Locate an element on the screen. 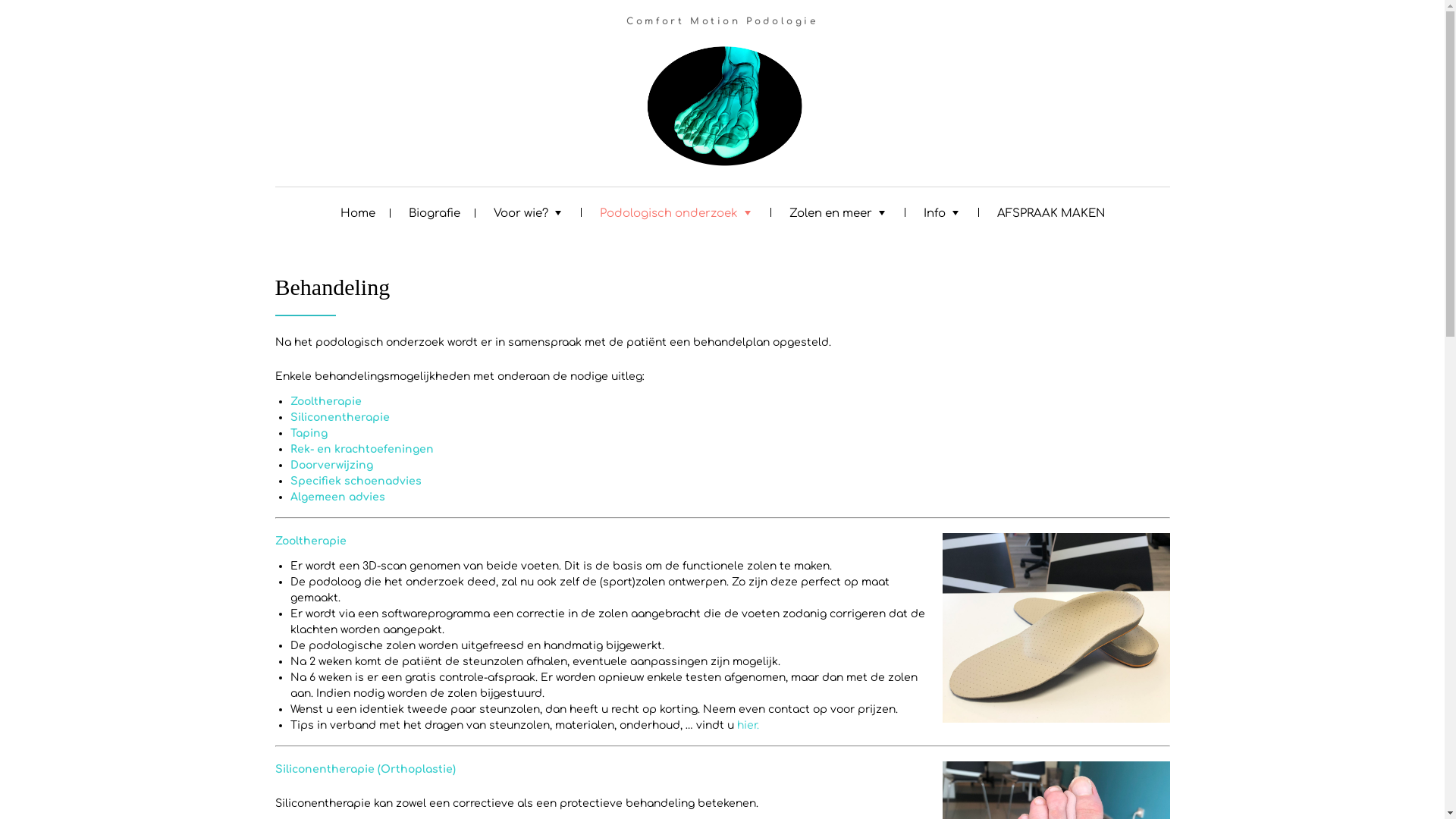 This screenshot has height=819, width=1456. 'Voor wie?' is located at coordinates (529, 211).